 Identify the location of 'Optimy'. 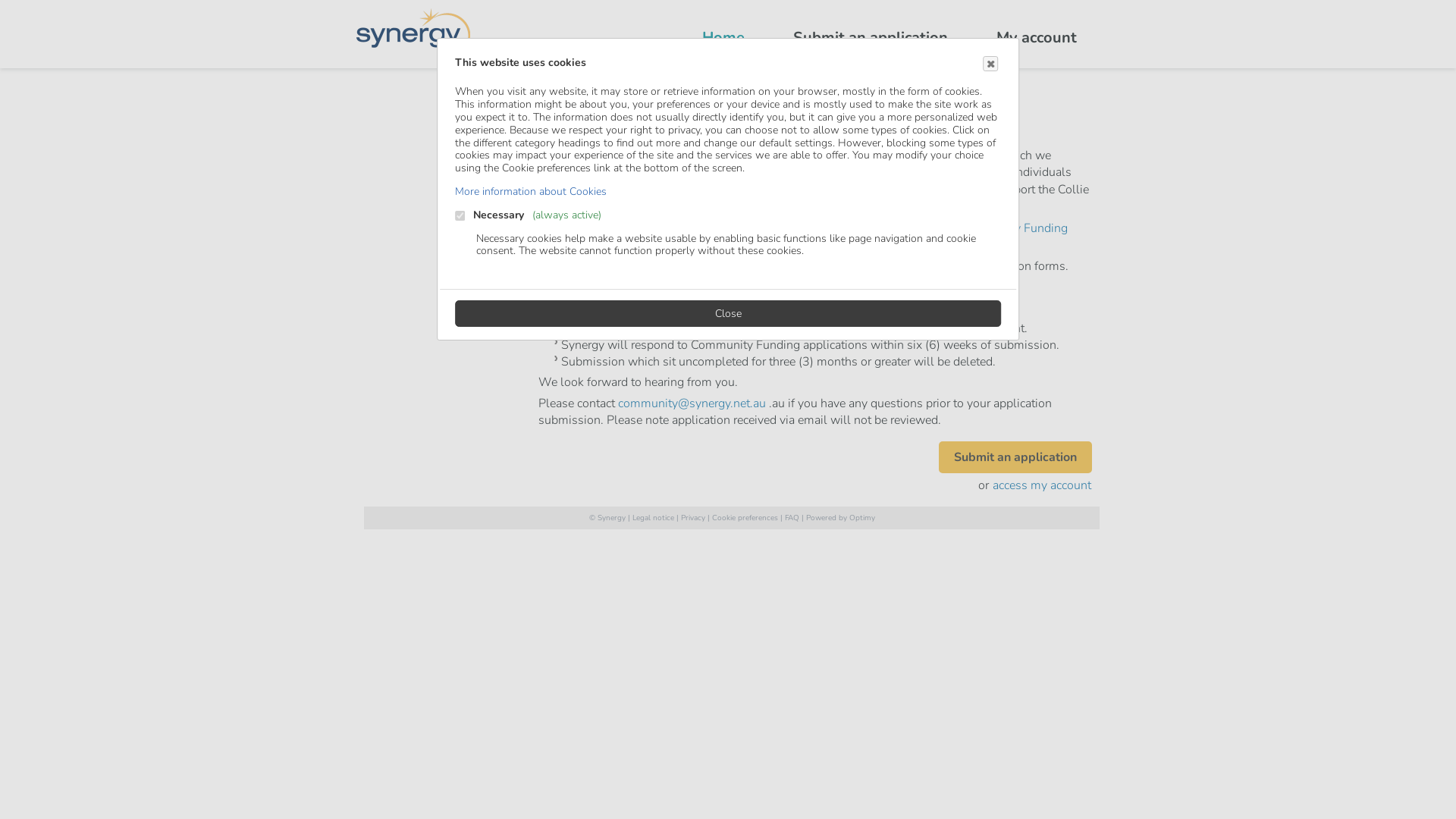
(862, 516).